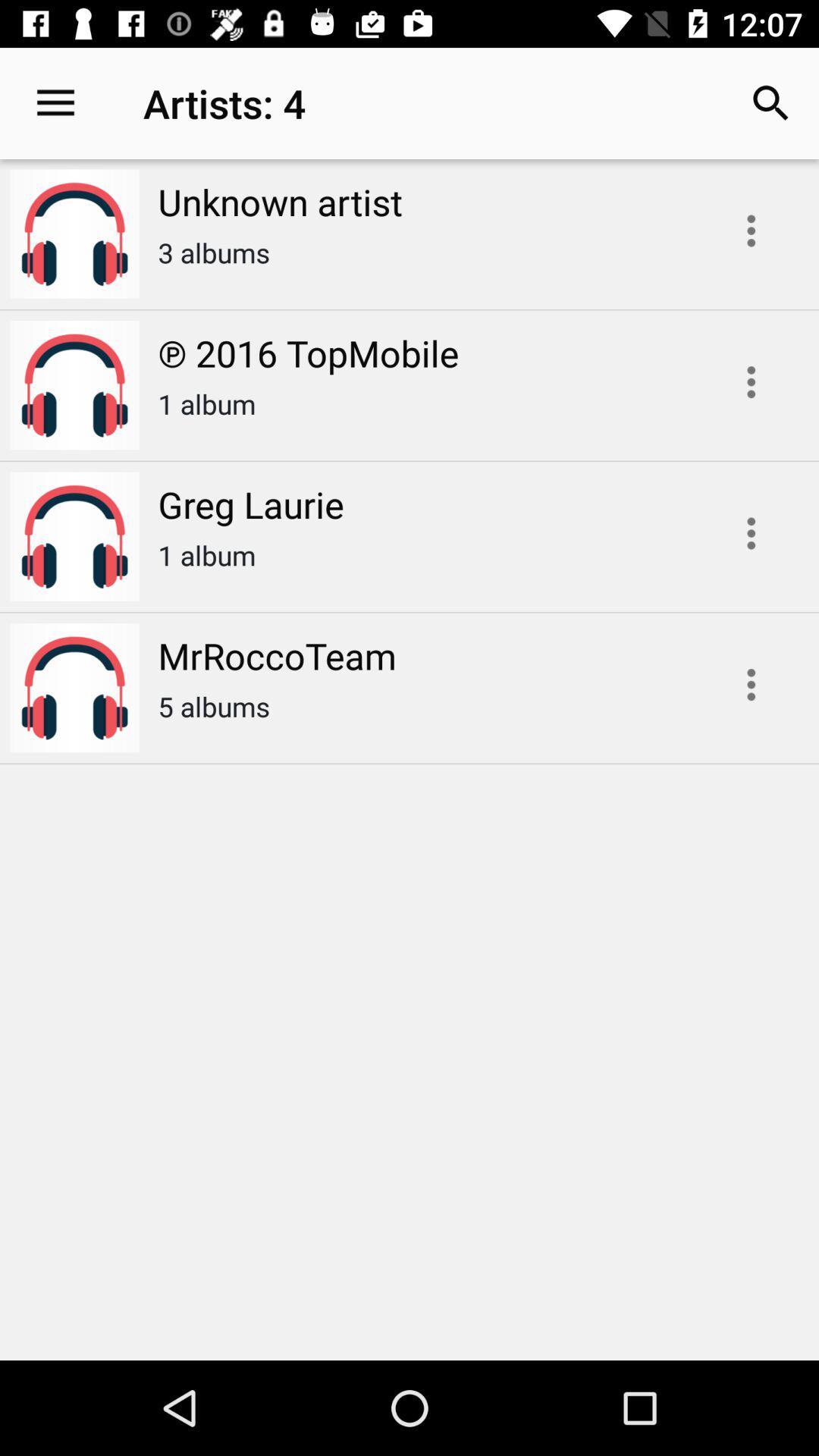 The image size is (819, 1456). Describe the element at coordinates (771, 102) in the screenshot. I see `the icon to the right of artists: 4 item` at that location.